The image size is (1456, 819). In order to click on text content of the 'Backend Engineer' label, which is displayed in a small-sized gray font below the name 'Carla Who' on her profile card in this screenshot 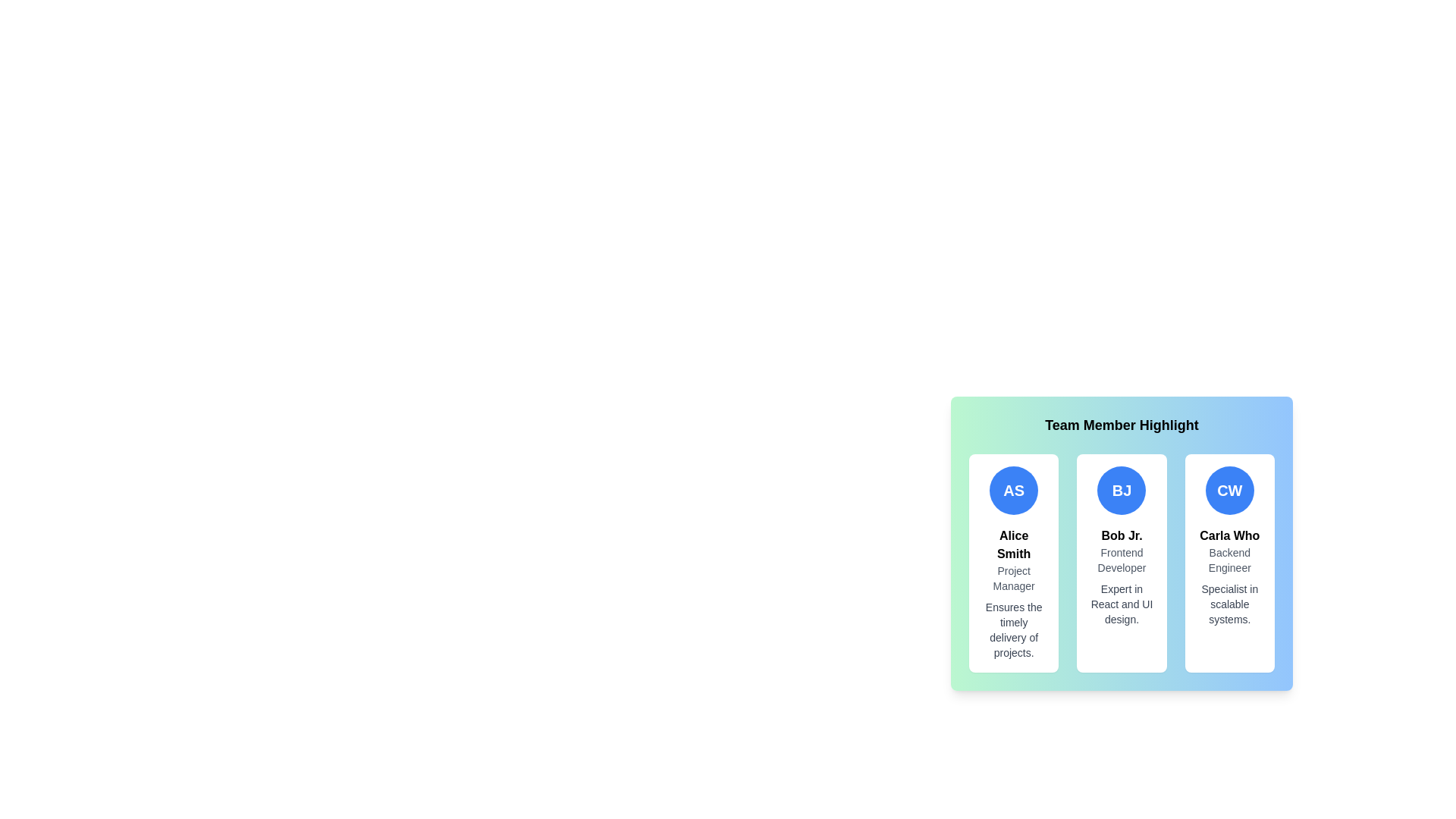, I will do `click(1229, 560)`.